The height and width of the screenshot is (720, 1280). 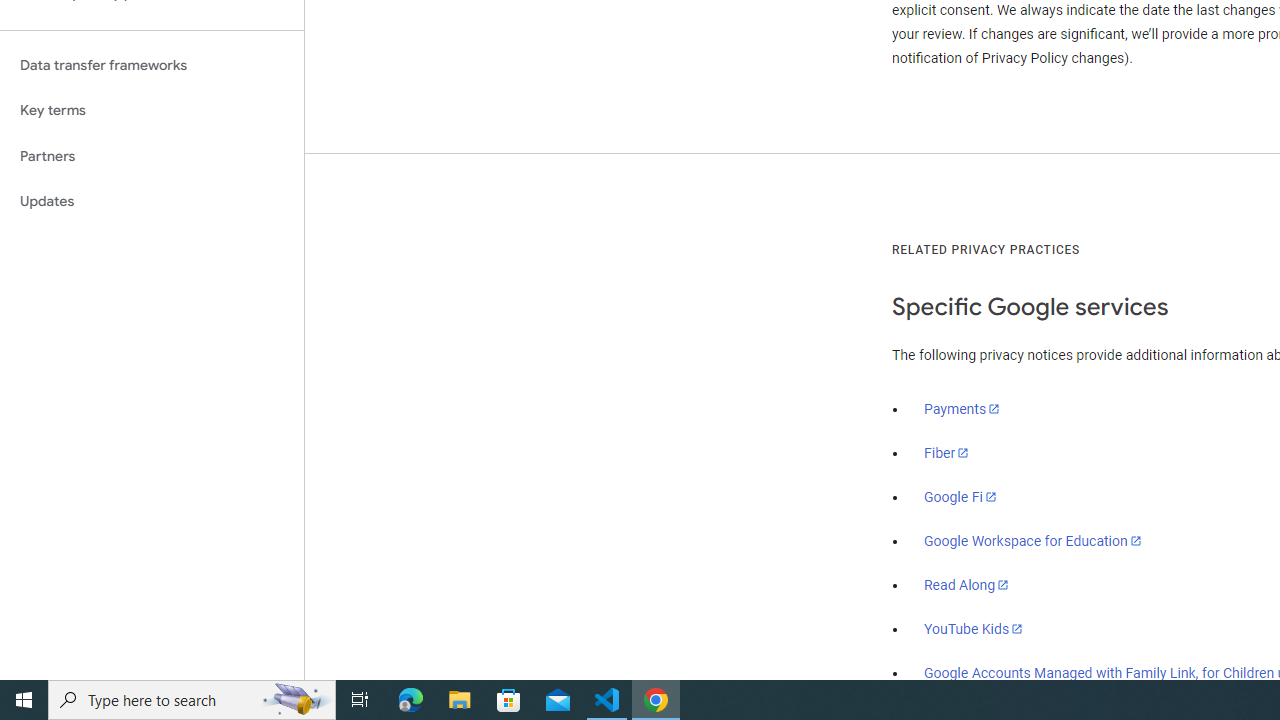 I want to click on 'Google Fi', so click(x=960, y=496).